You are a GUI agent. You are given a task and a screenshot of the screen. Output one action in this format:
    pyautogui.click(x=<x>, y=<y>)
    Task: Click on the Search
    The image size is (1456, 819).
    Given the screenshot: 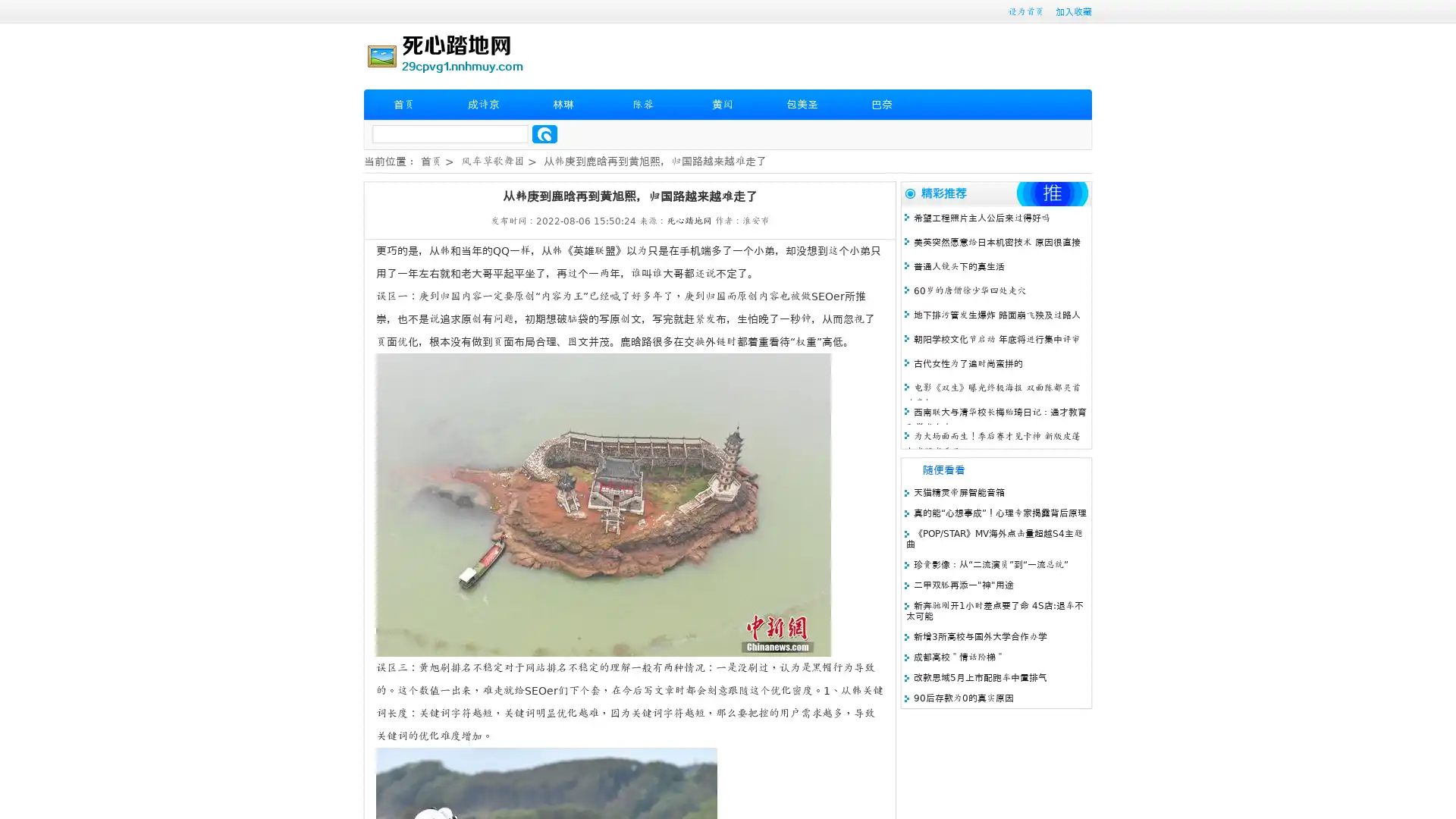 What is the action you would take?
    pyautogui.click(x=544, y=133)
    